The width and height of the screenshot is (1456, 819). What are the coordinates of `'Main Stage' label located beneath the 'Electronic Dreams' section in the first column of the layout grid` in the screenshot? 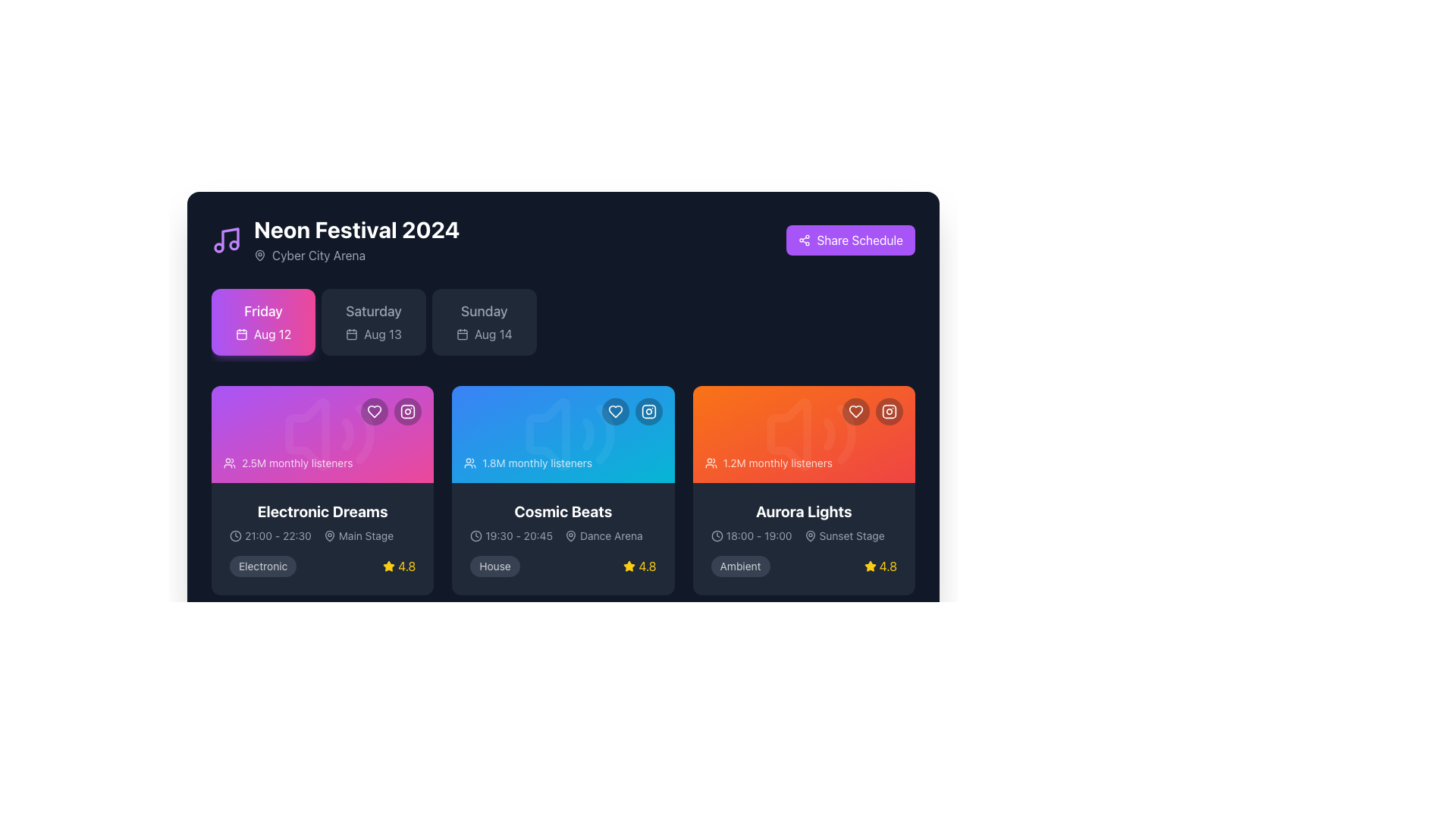 It's located at (366, 535).